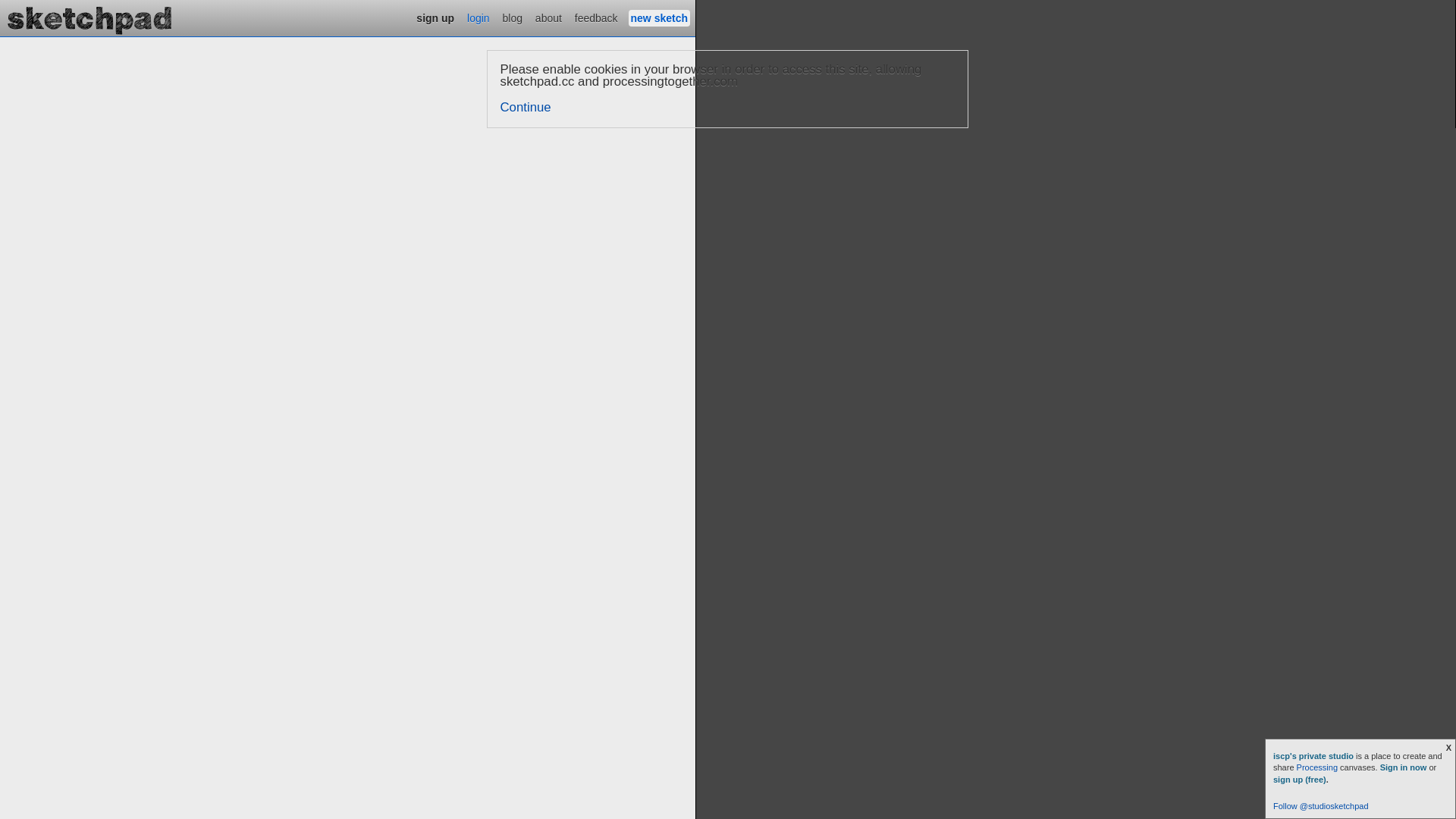  What do you see at coordinates (1313, 755) in the screenshot?
I see `'iscp's private studio'` at bounding box center [1313, 755].